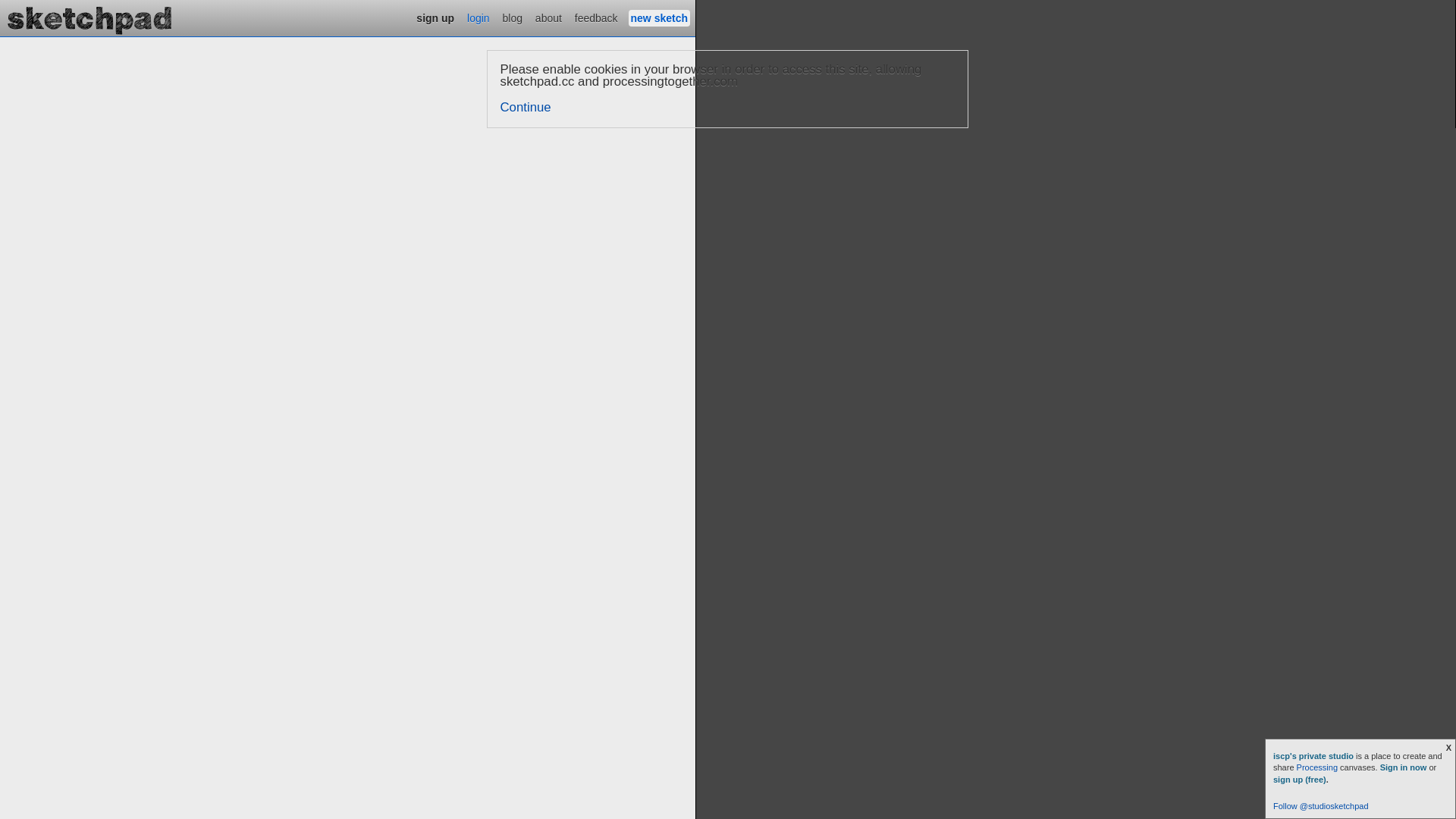  What do you see at coordinates (1313, 755) in the screenshot?
I see `'iscp's private studio'` at bounding box center [1313, 755].